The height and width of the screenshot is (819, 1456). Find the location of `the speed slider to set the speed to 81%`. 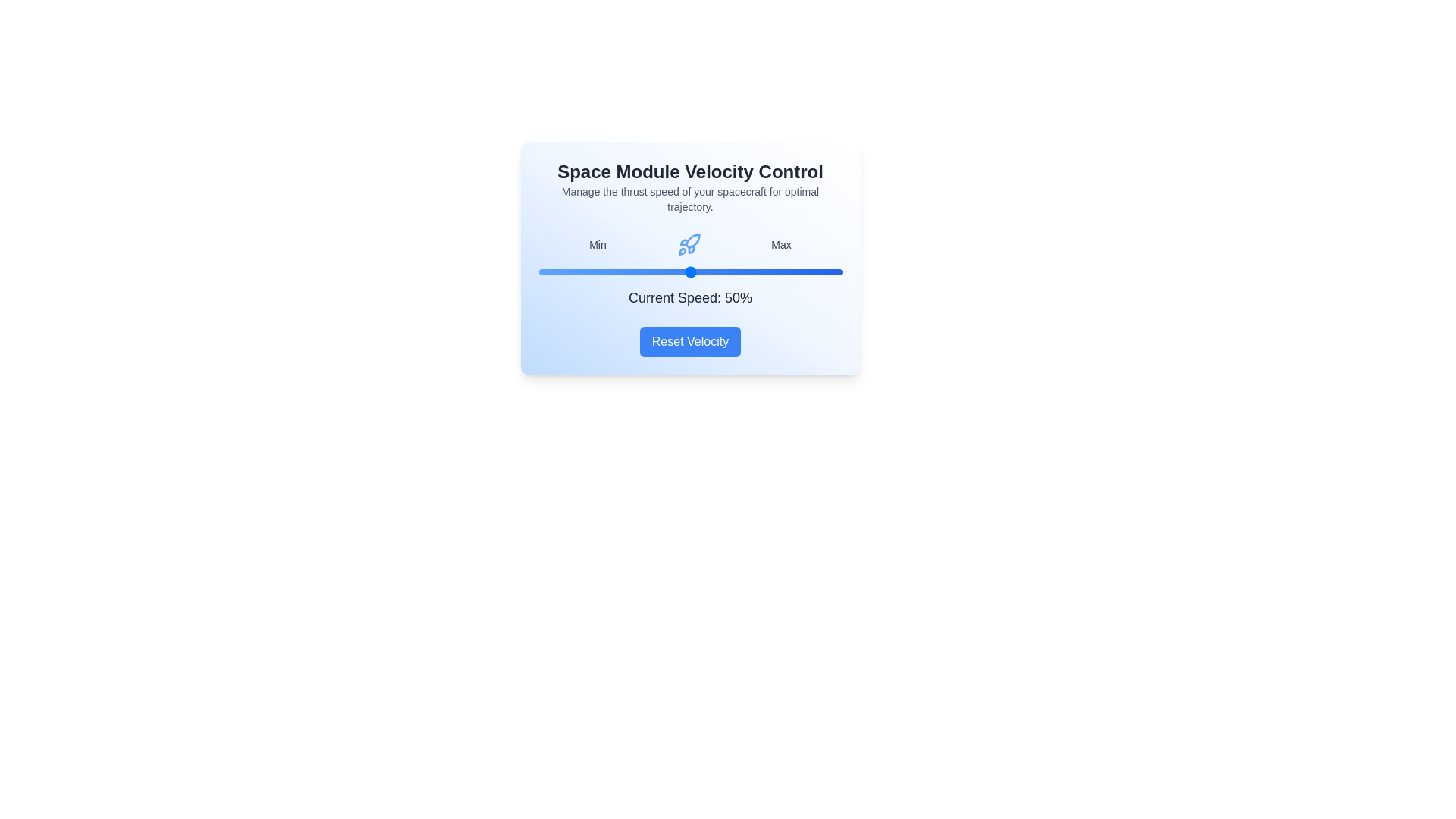

the speed slider to set the speed to 81% is located at coordinates (784, 271).